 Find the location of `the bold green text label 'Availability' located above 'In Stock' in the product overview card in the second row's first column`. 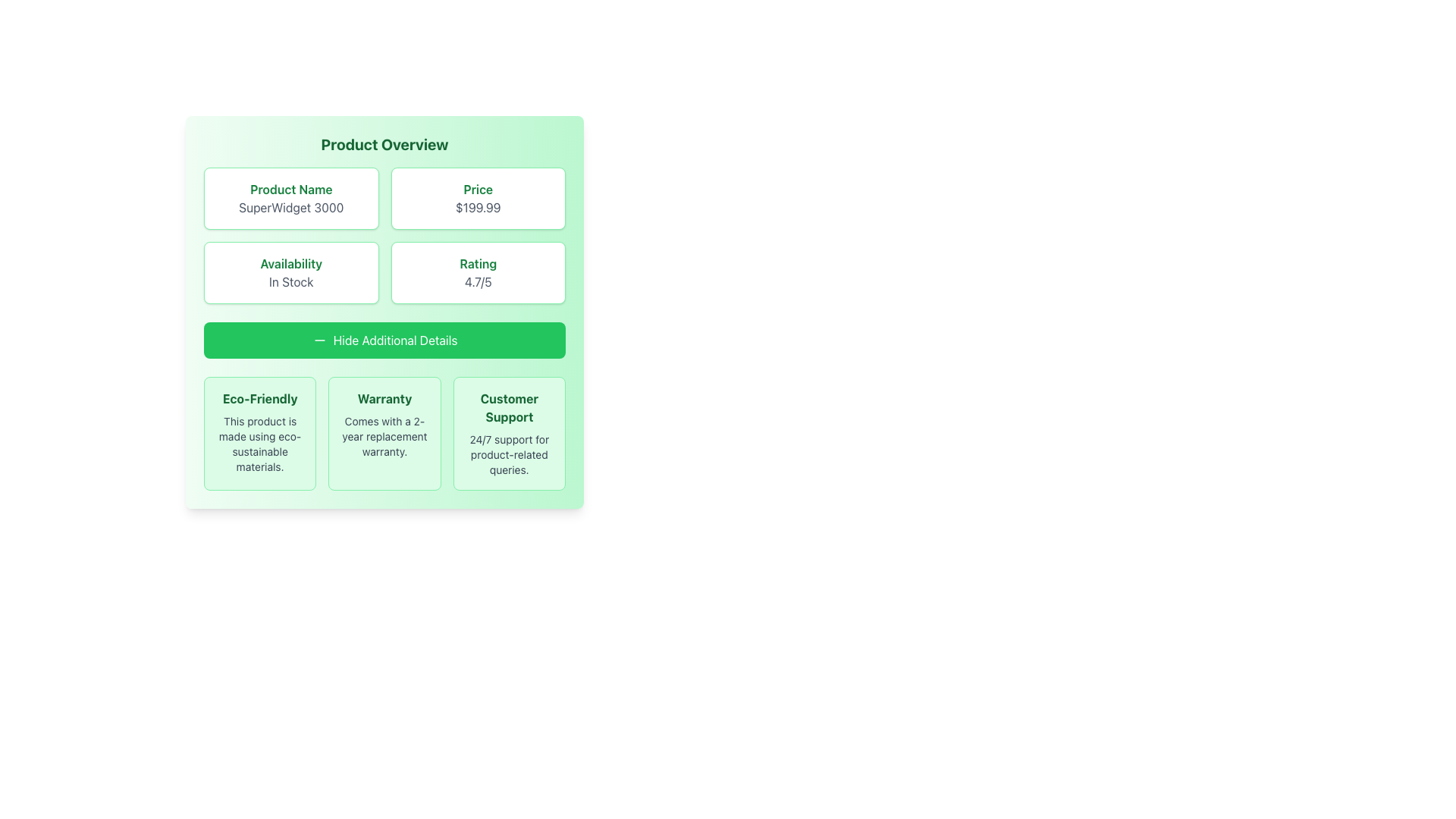

the bold green text label 'Availability' located above 'In Stock' in the product overview card in the second row's first column is located at coordinates (291, 262).